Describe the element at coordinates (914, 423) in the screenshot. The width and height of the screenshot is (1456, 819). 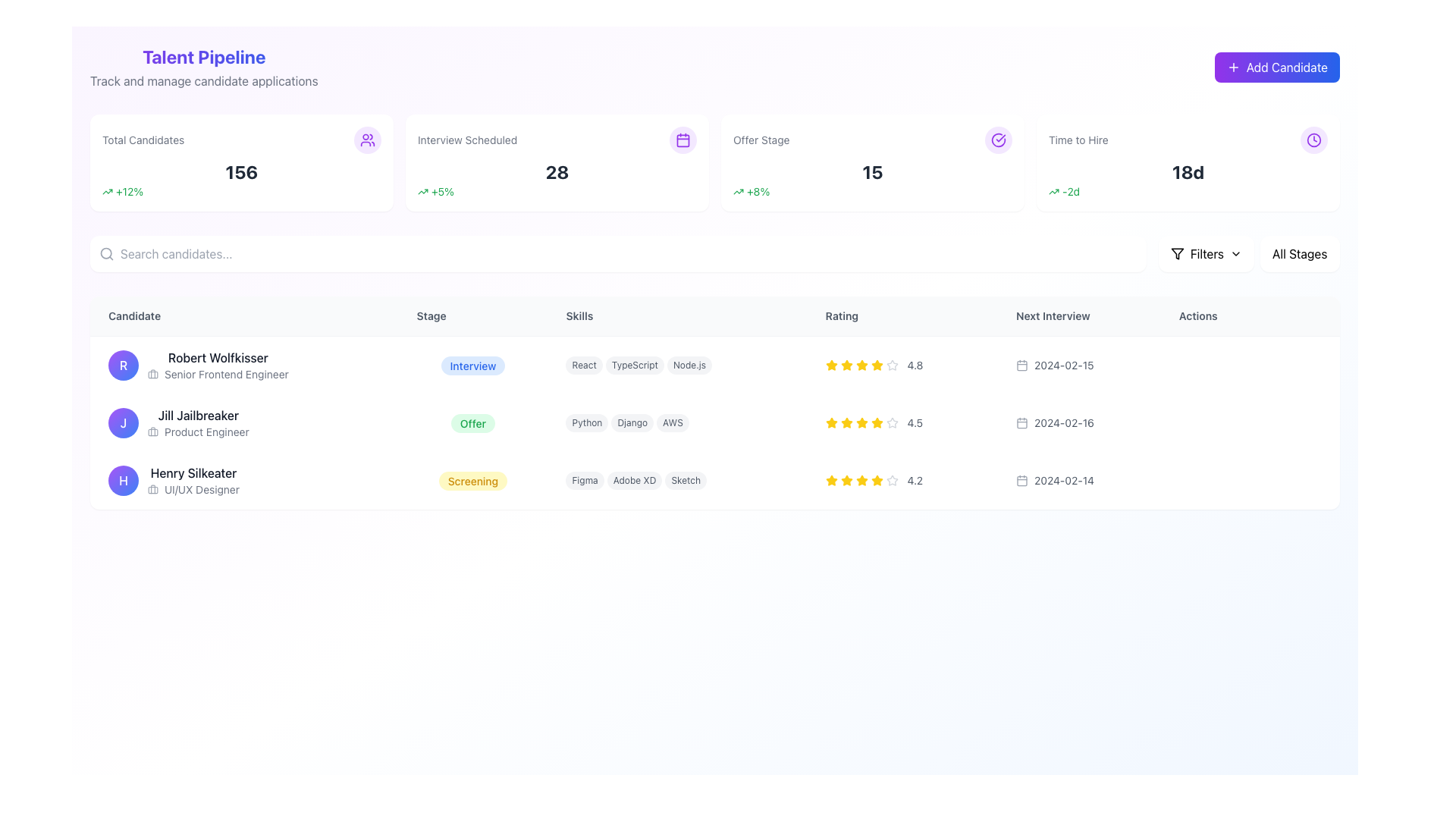
I see `numerical rating text associated with the candidate in the second row of the data table, located in the 'Rating' column next to yellow star icons` at that location.